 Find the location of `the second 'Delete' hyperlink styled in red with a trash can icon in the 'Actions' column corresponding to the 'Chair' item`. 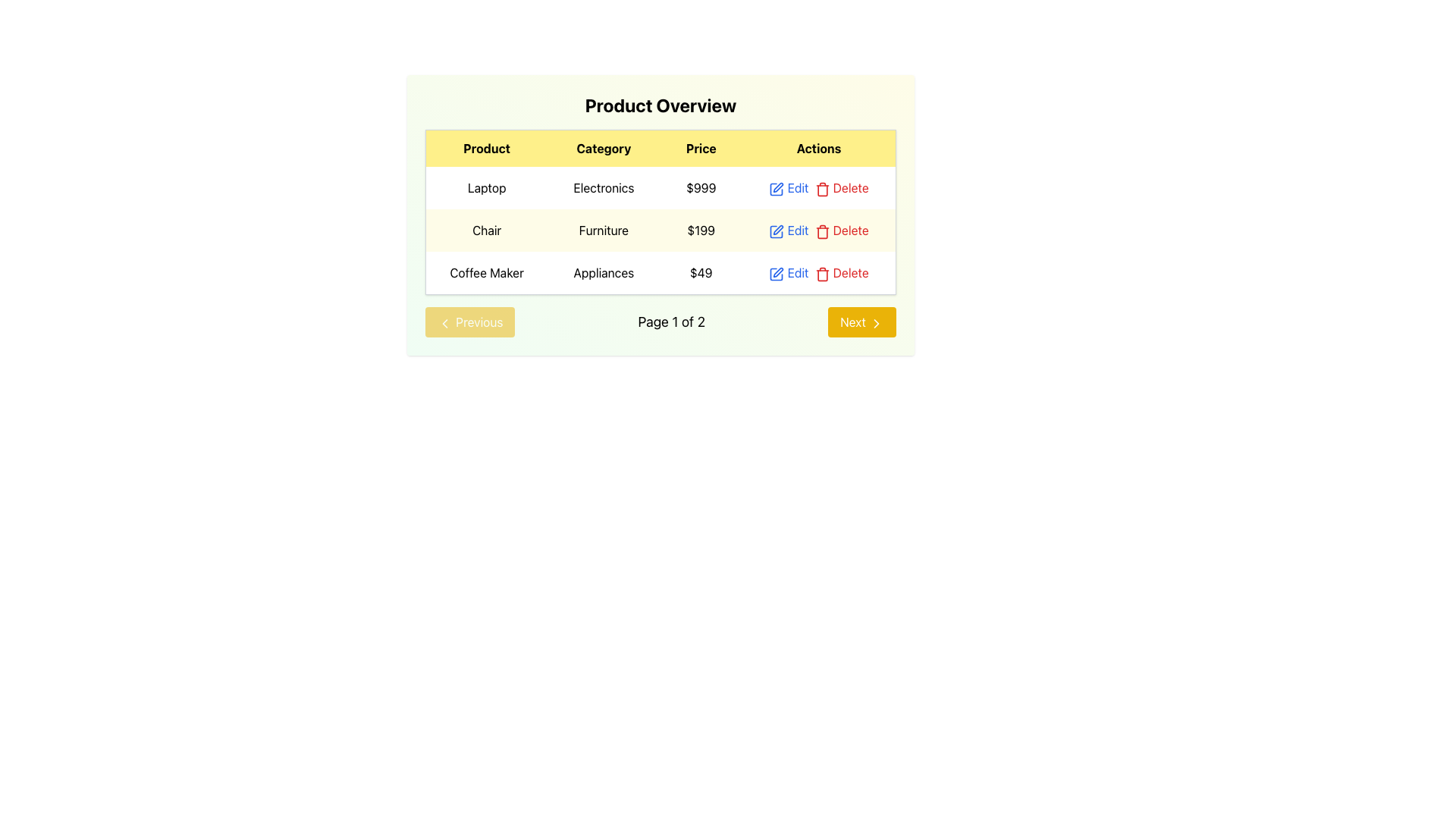

the second 'Delete' hyperlink styled in red with a trash can icon in the 'Actions' column corresponding to the 'Chair' item is located at coordinates (841, 231).